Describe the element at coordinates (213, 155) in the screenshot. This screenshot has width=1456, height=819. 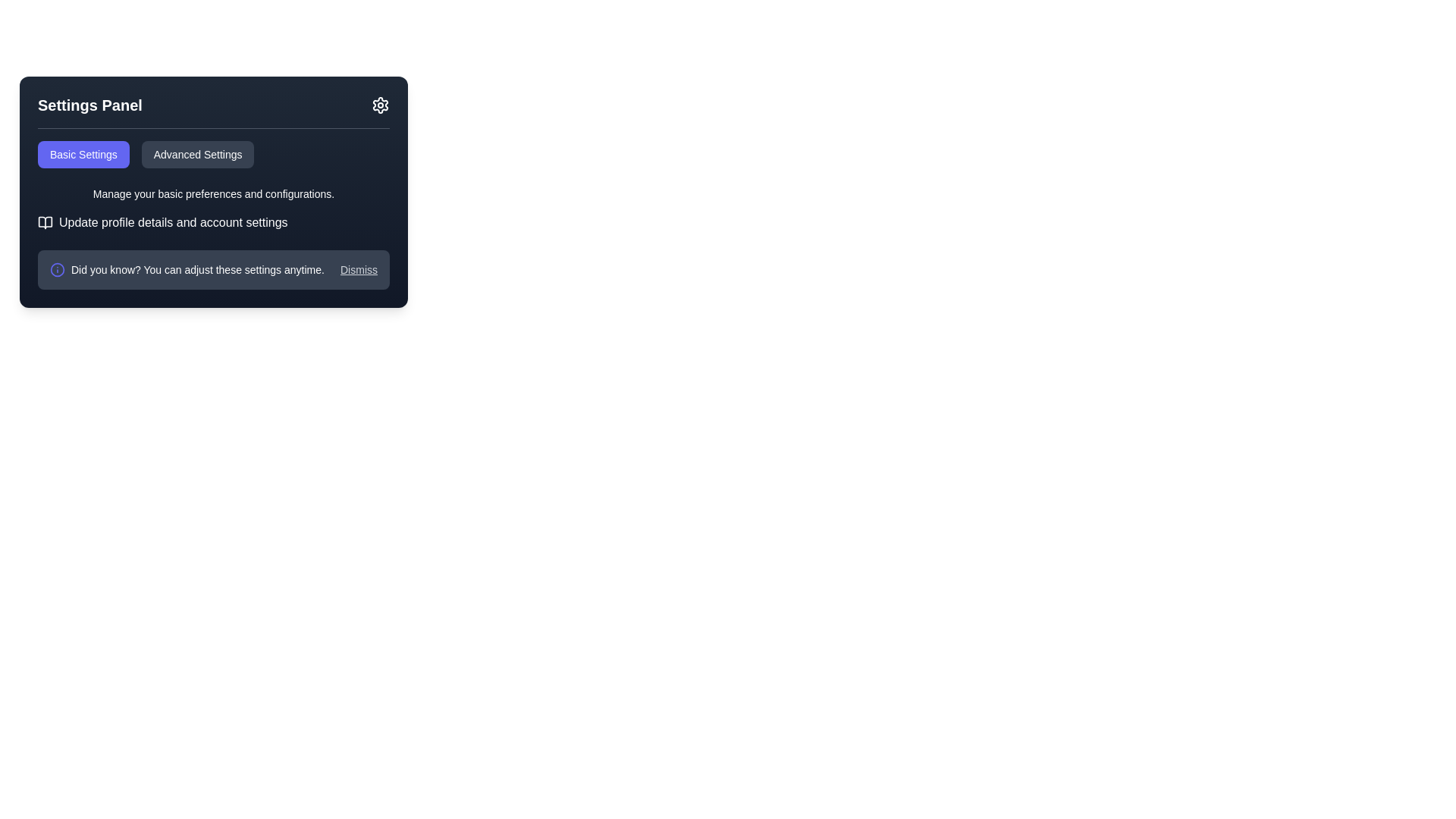
I see `the 'Advanced Settings' button in the Settings Panel` at that location.